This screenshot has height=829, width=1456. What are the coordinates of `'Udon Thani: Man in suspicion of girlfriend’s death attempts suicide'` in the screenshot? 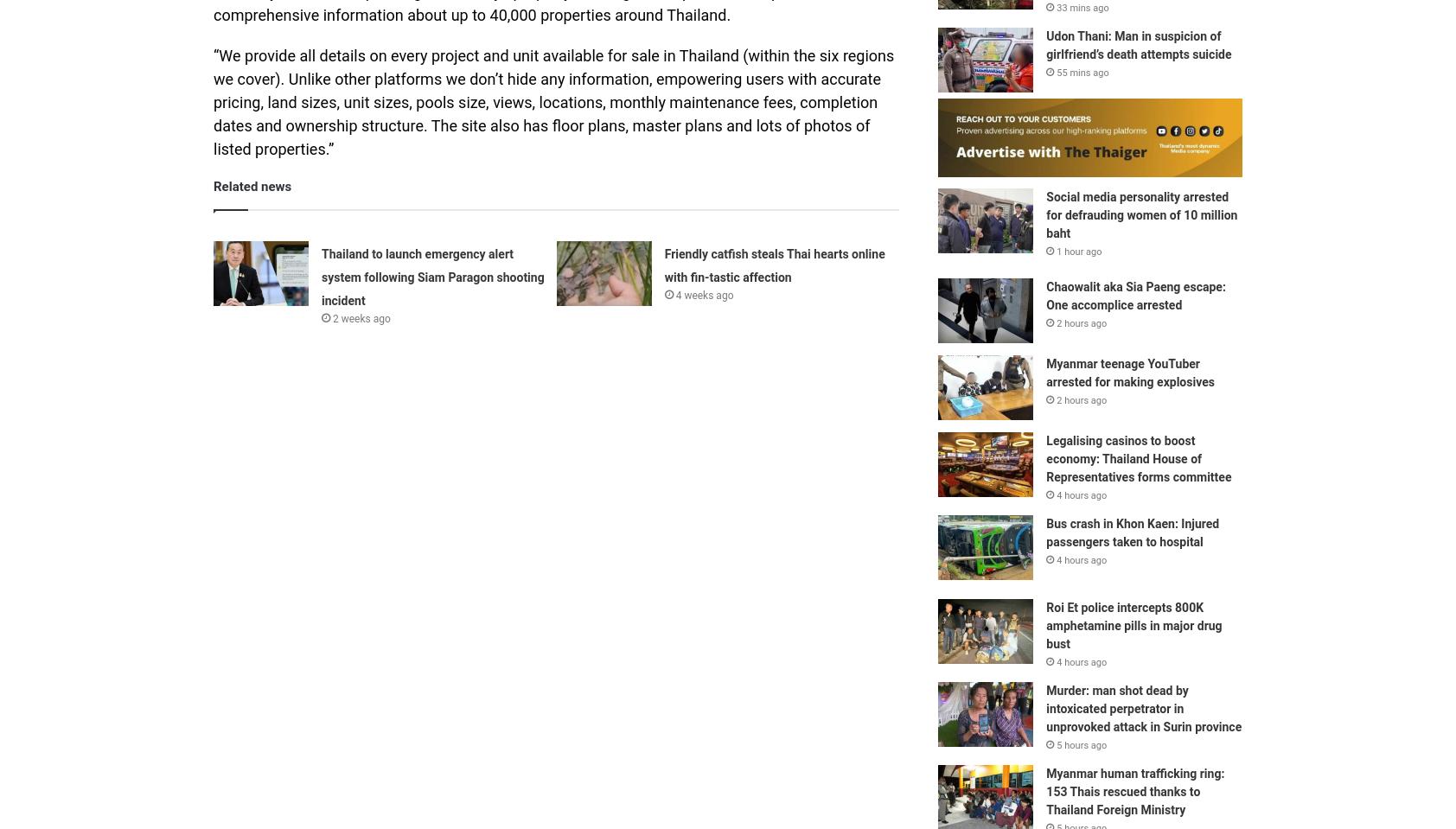 It's located at (1138, 44).